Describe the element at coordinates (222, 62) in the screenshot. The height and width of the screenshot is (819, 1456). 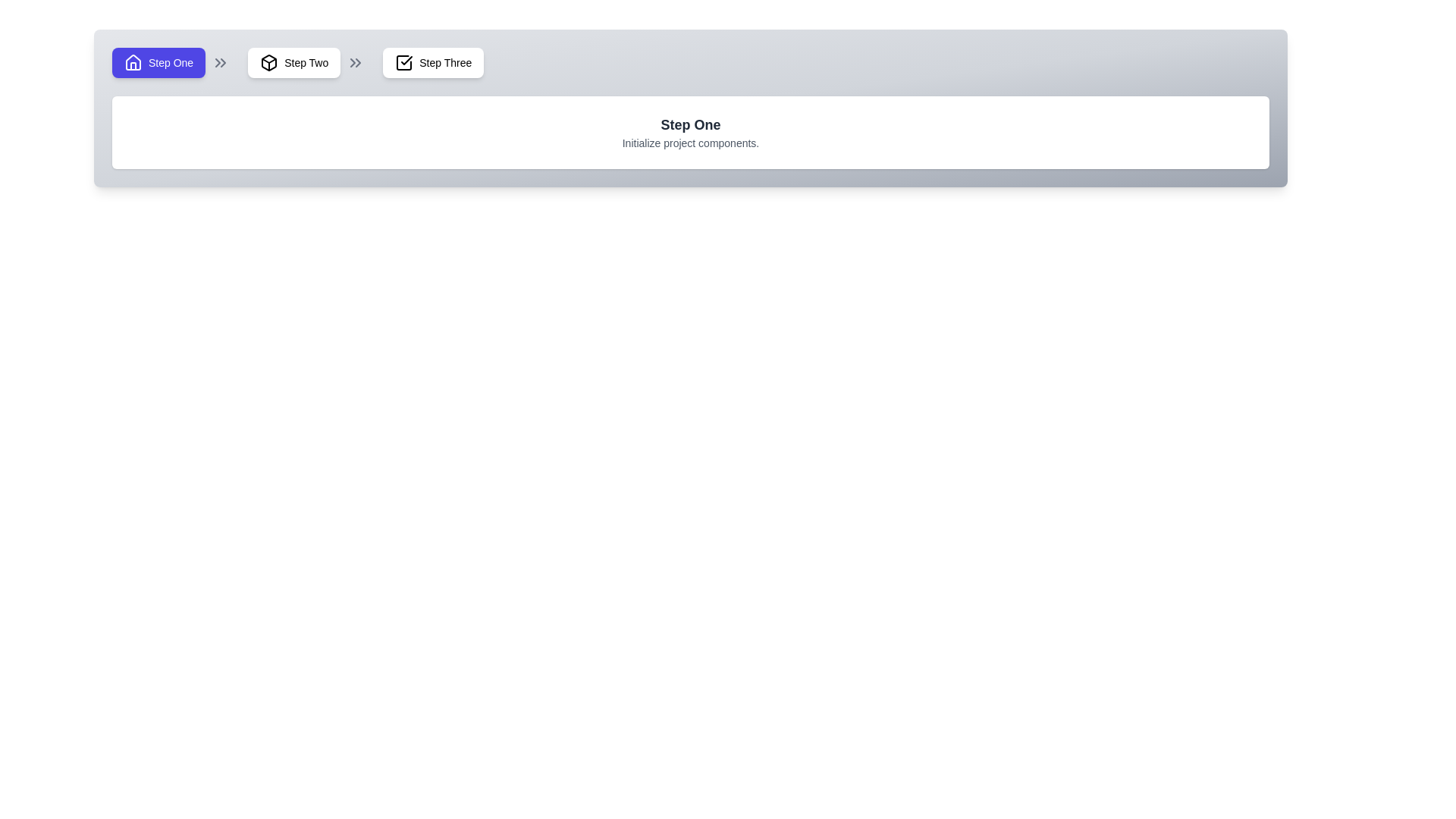
I see `the second rightward chevron arrow icon in the top navigation bar to possibly trigger navigation or an action` at that location.